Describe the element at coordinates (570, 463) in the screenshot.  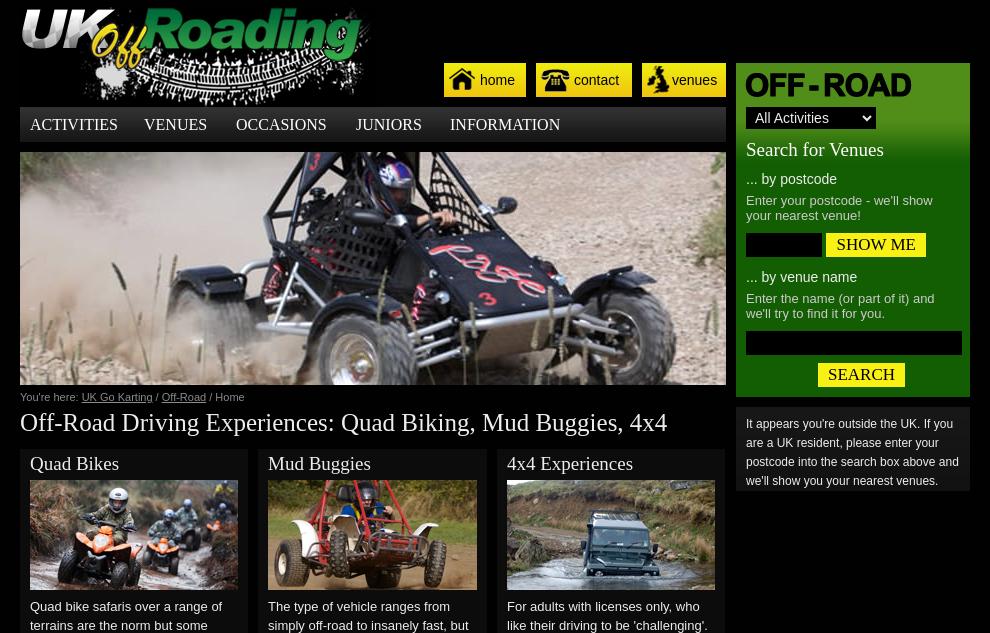
I see `'4x4 Experiences'` at that location.